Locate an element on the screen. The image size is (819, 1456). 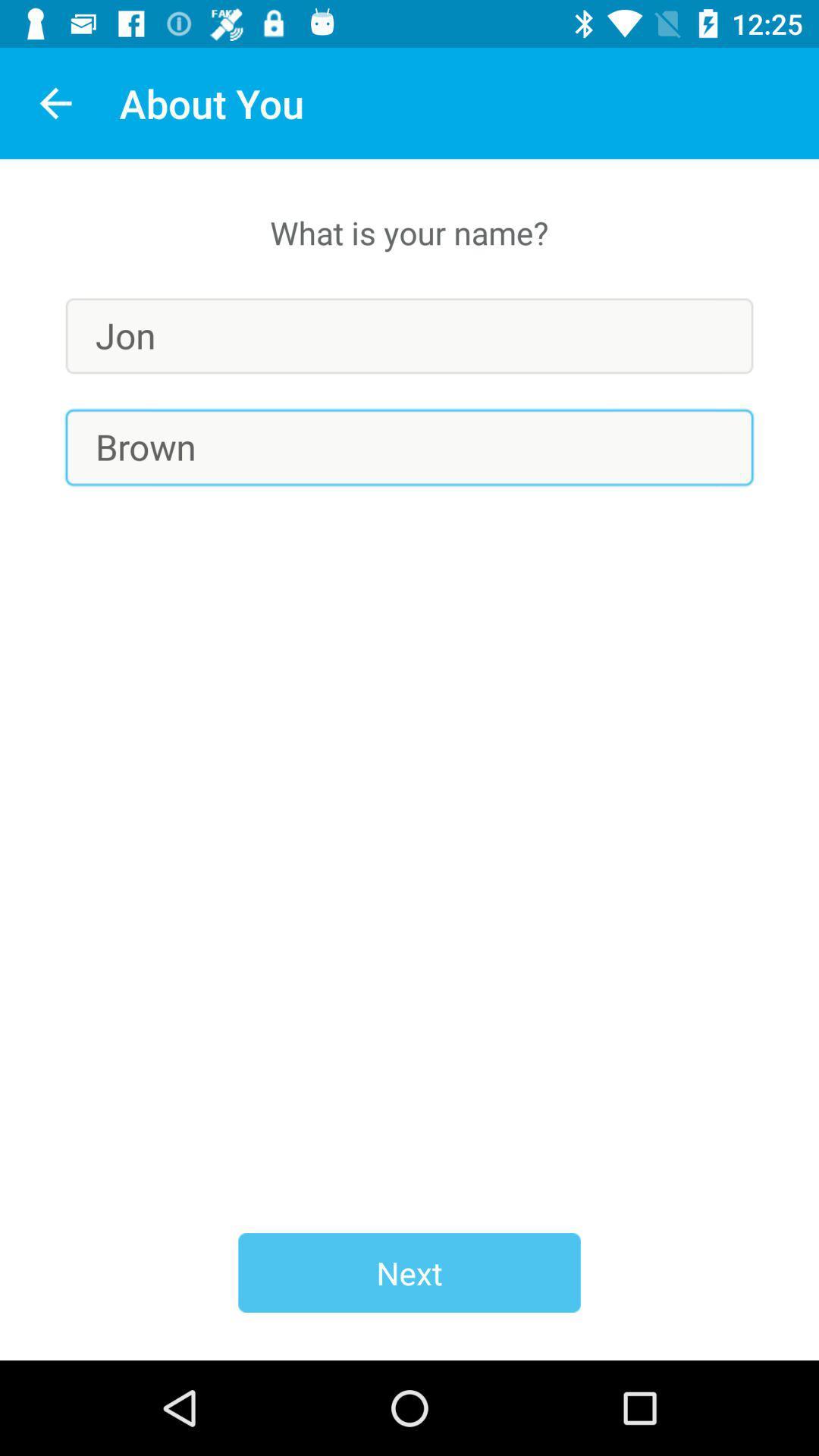
the jon item is located at coordinates (409, 335).